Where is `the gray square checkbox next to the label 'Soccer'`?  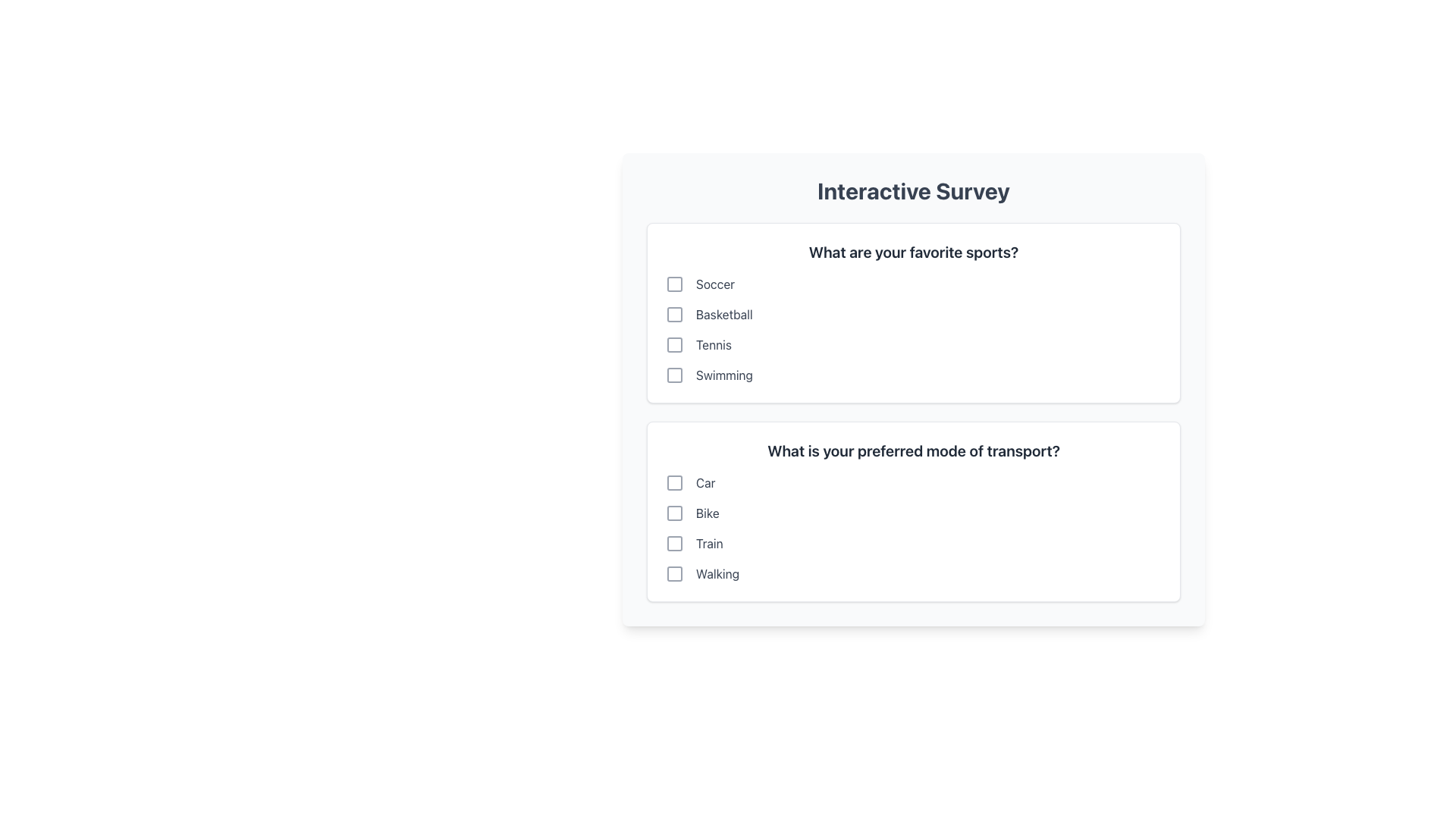
the gray square checkbox next to the label 'Soccer' is located at coordinates (673, 284).